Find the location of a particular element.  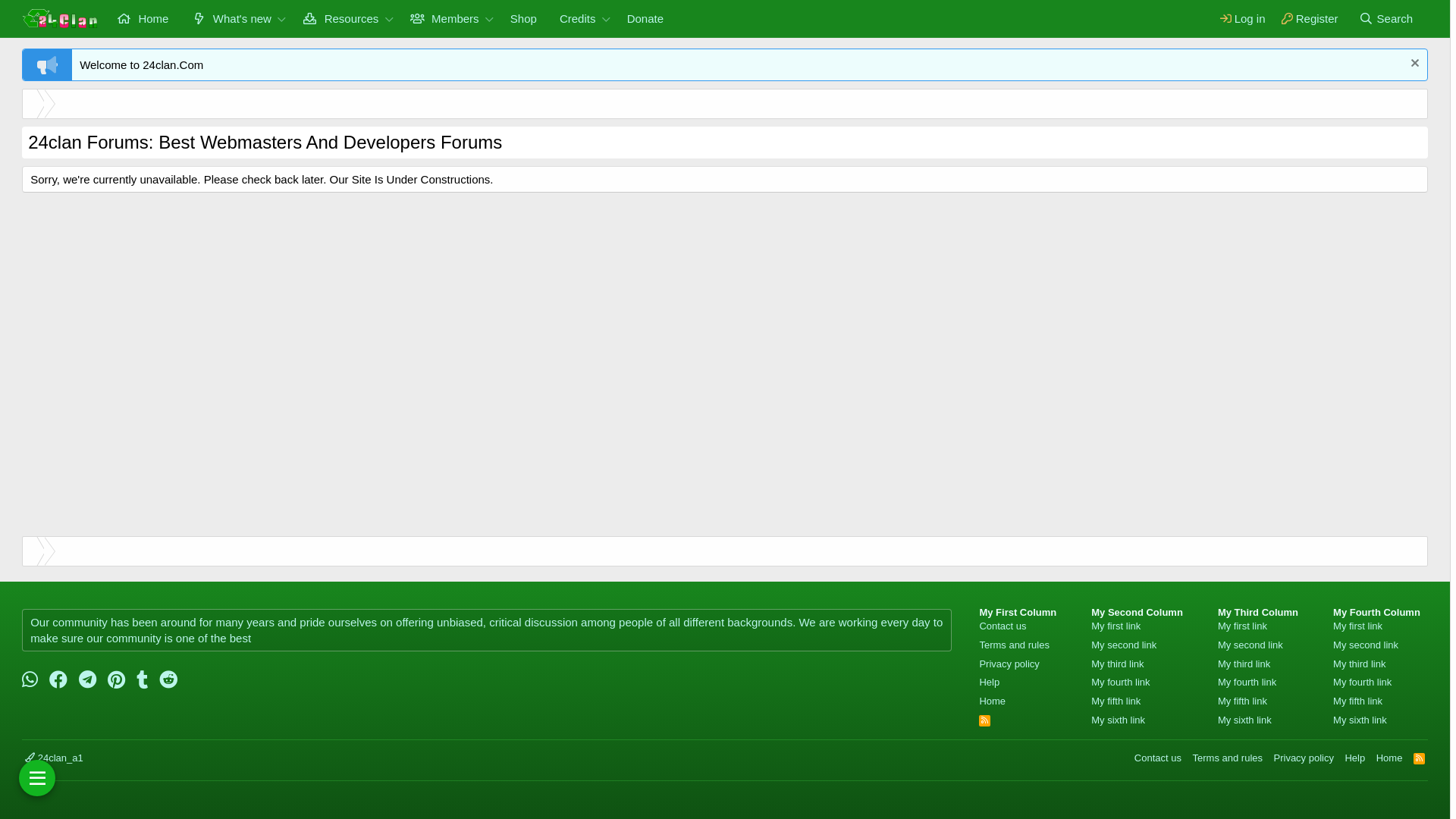

'Terms and rules' is located at coordinates (1189, 758).